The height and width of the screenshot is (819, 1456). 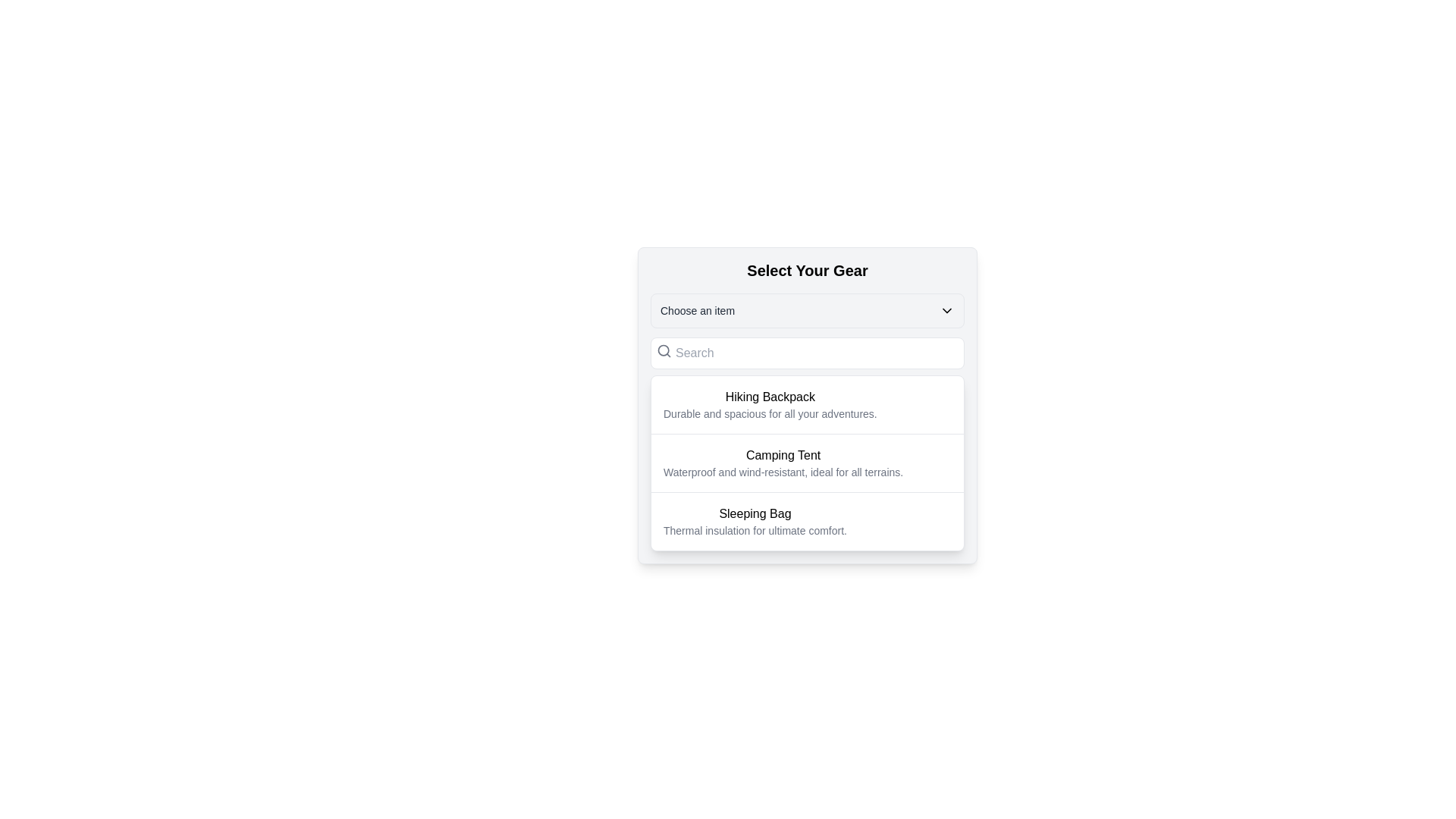 I want to click on the list item displaying 'Hiking Backpack' to change its background color, so click(x=807, y=403).